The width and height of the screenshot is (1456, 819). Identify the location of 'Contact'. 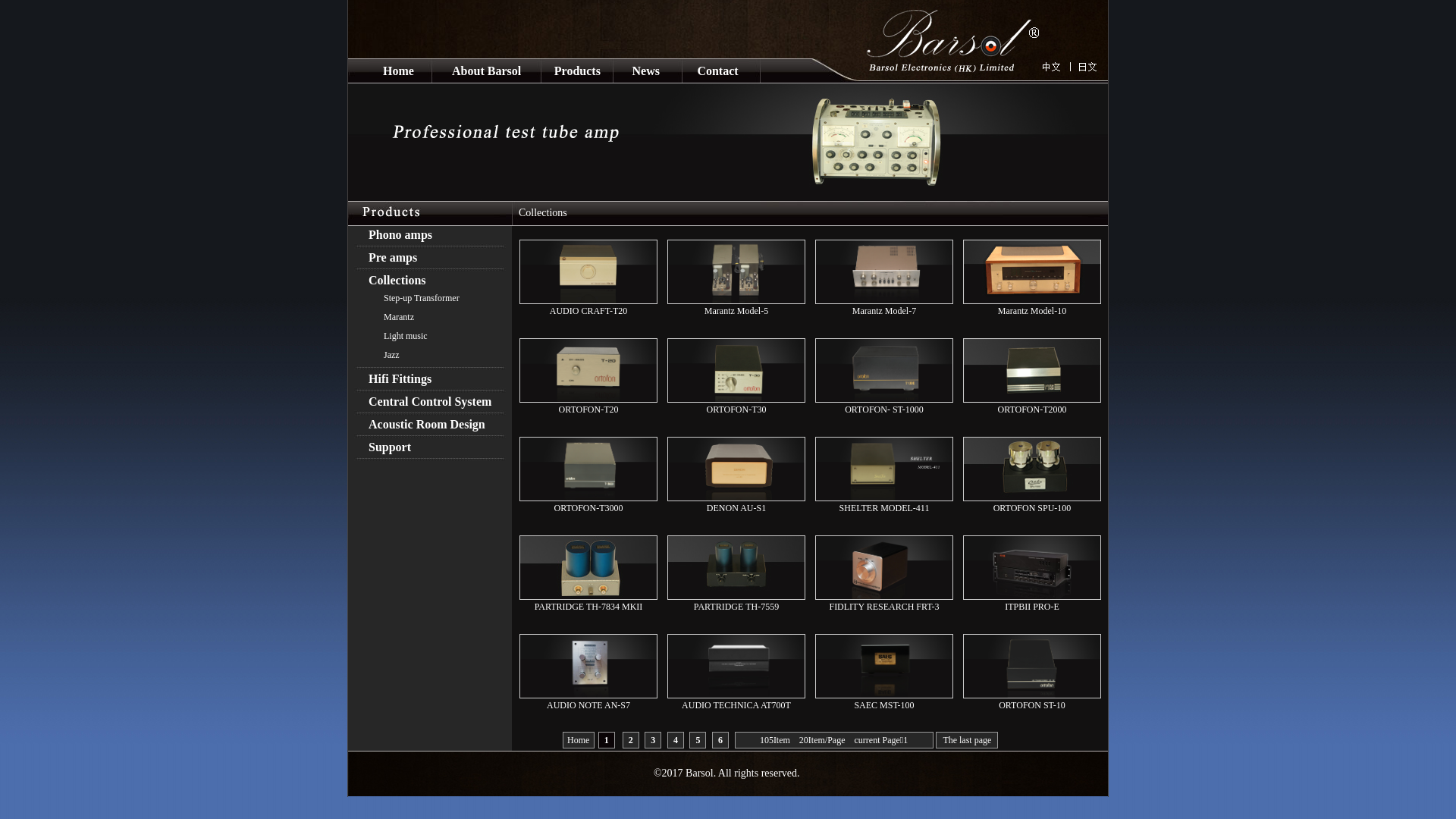
(717, 71).